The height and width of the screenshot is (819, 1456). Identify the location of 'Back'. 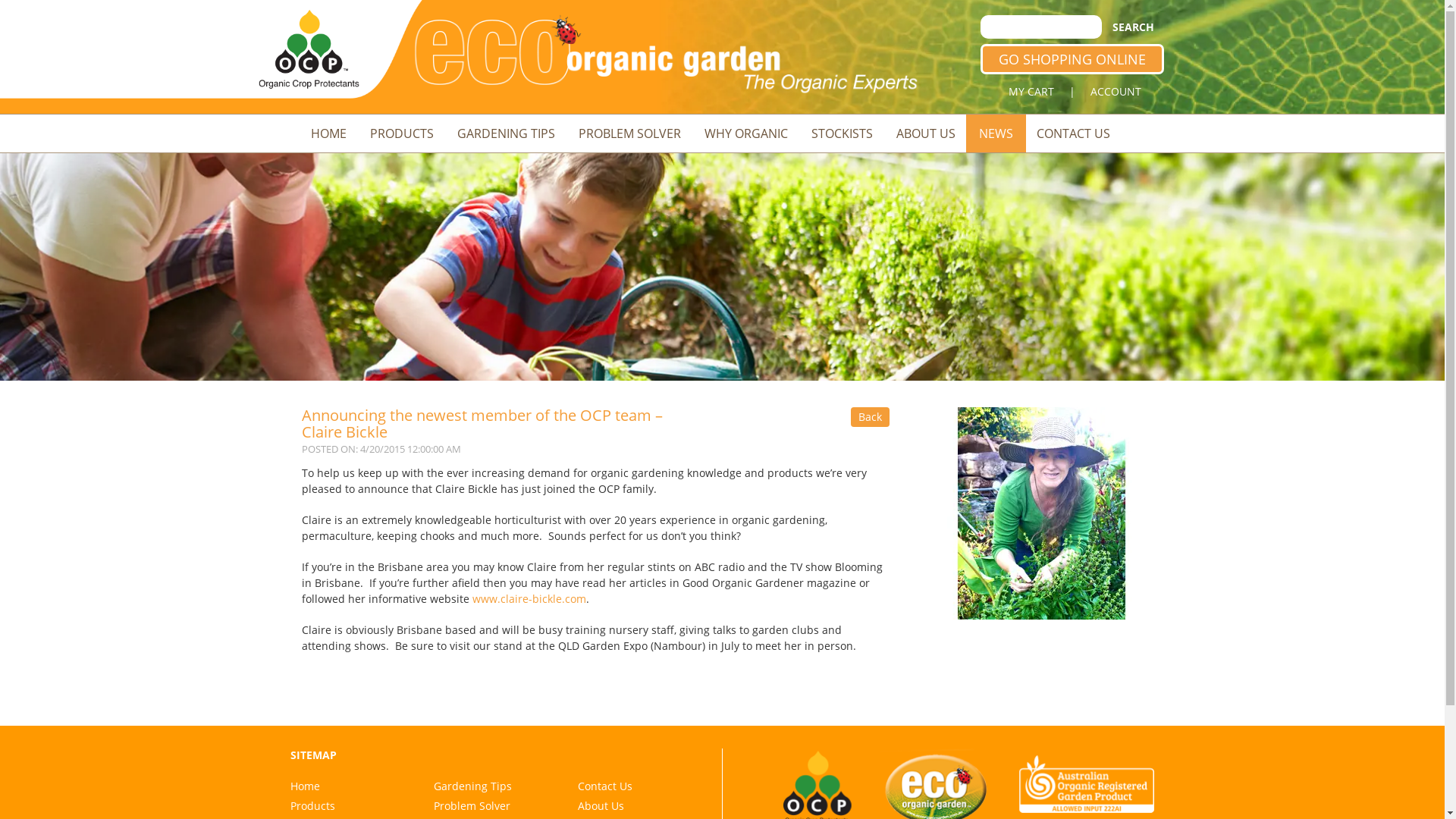
(851, 417).